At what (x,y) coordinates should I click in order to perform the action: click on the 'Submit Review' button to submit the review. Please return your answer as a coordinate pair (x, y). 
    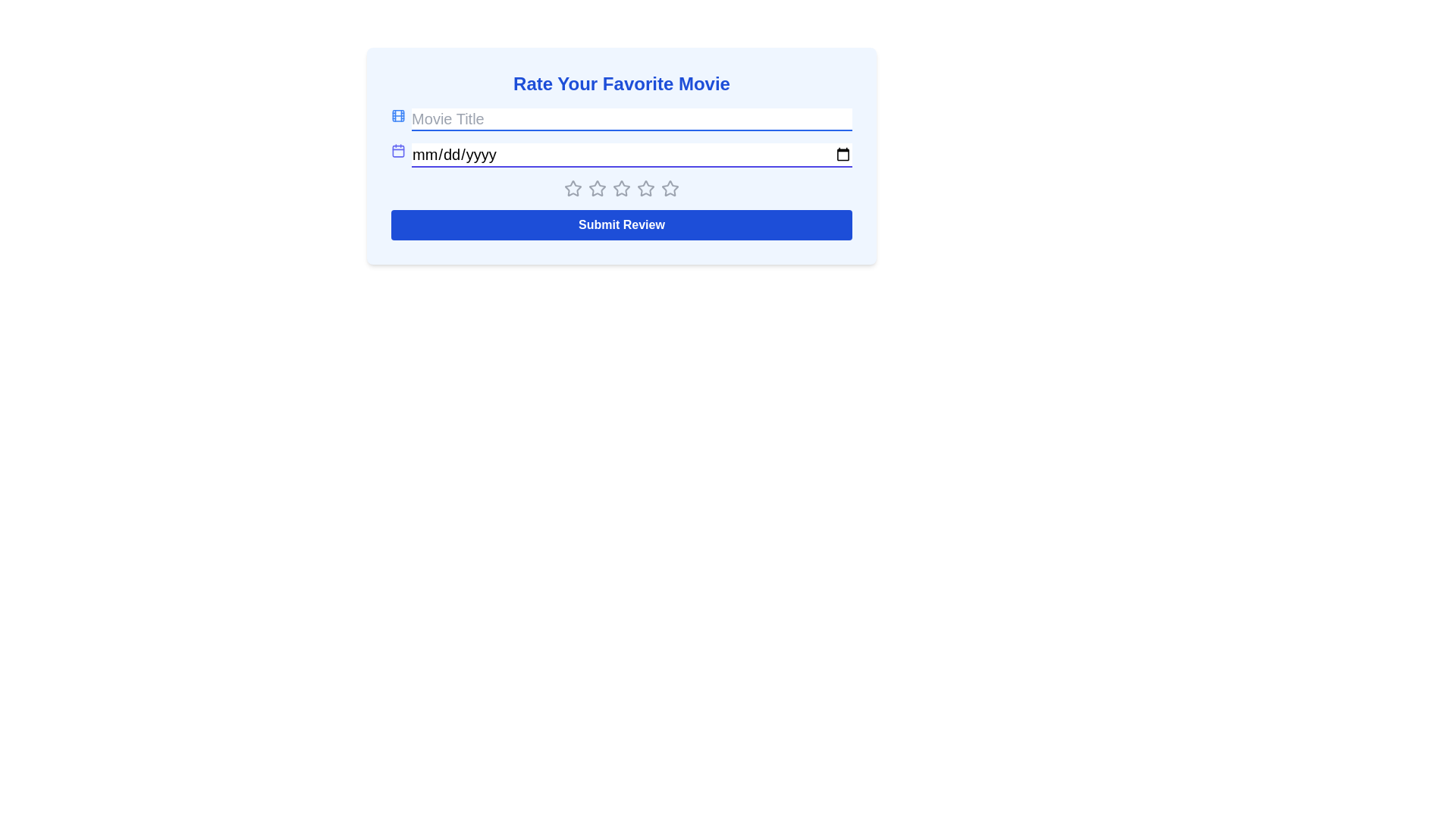
    Looking at the image, I should click on (622, 225).